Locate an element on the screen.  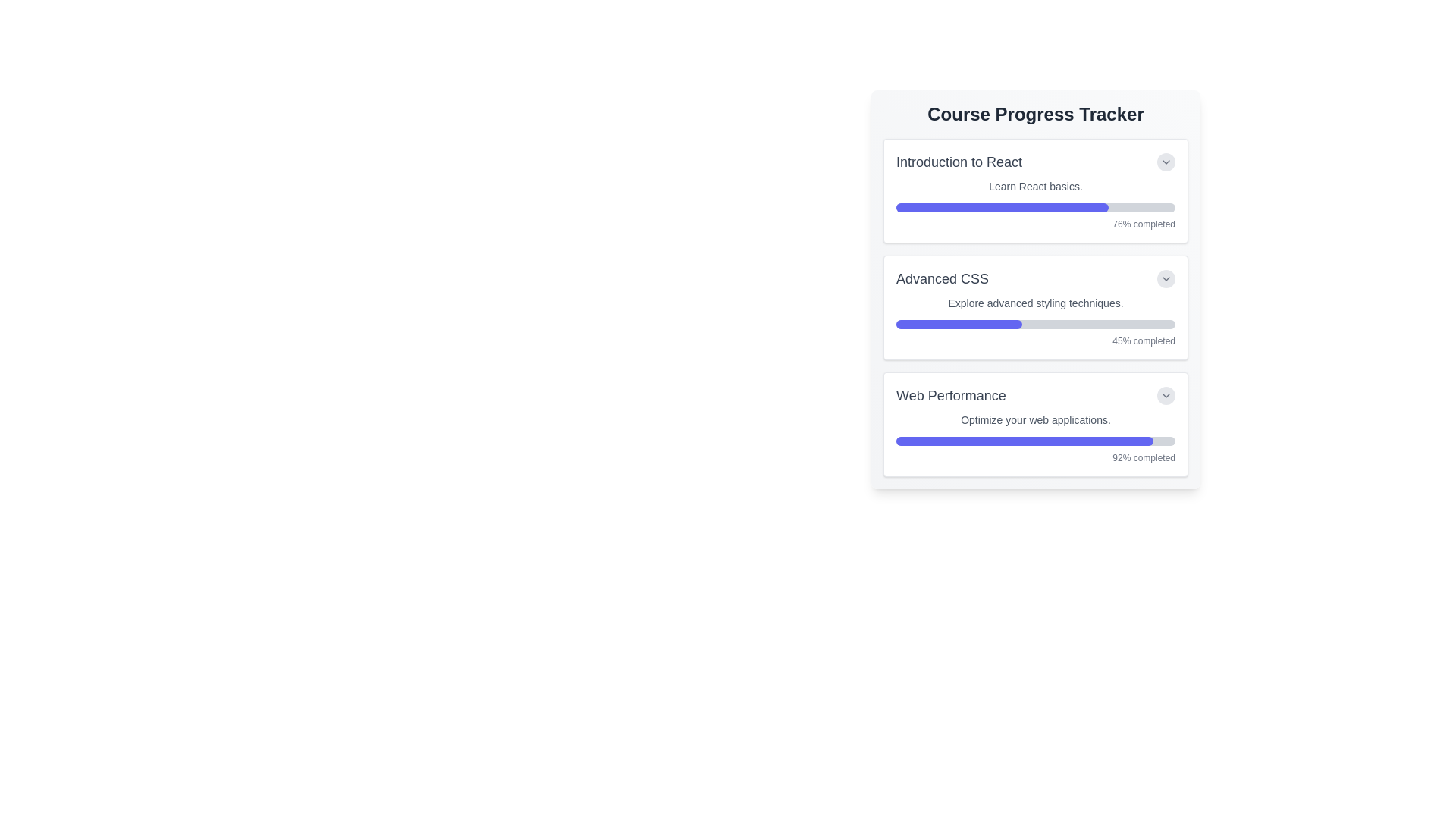
the dropdown button located to the far right of the 'Web Performance' section to change its appearance is located at coordinates (1165, 394).